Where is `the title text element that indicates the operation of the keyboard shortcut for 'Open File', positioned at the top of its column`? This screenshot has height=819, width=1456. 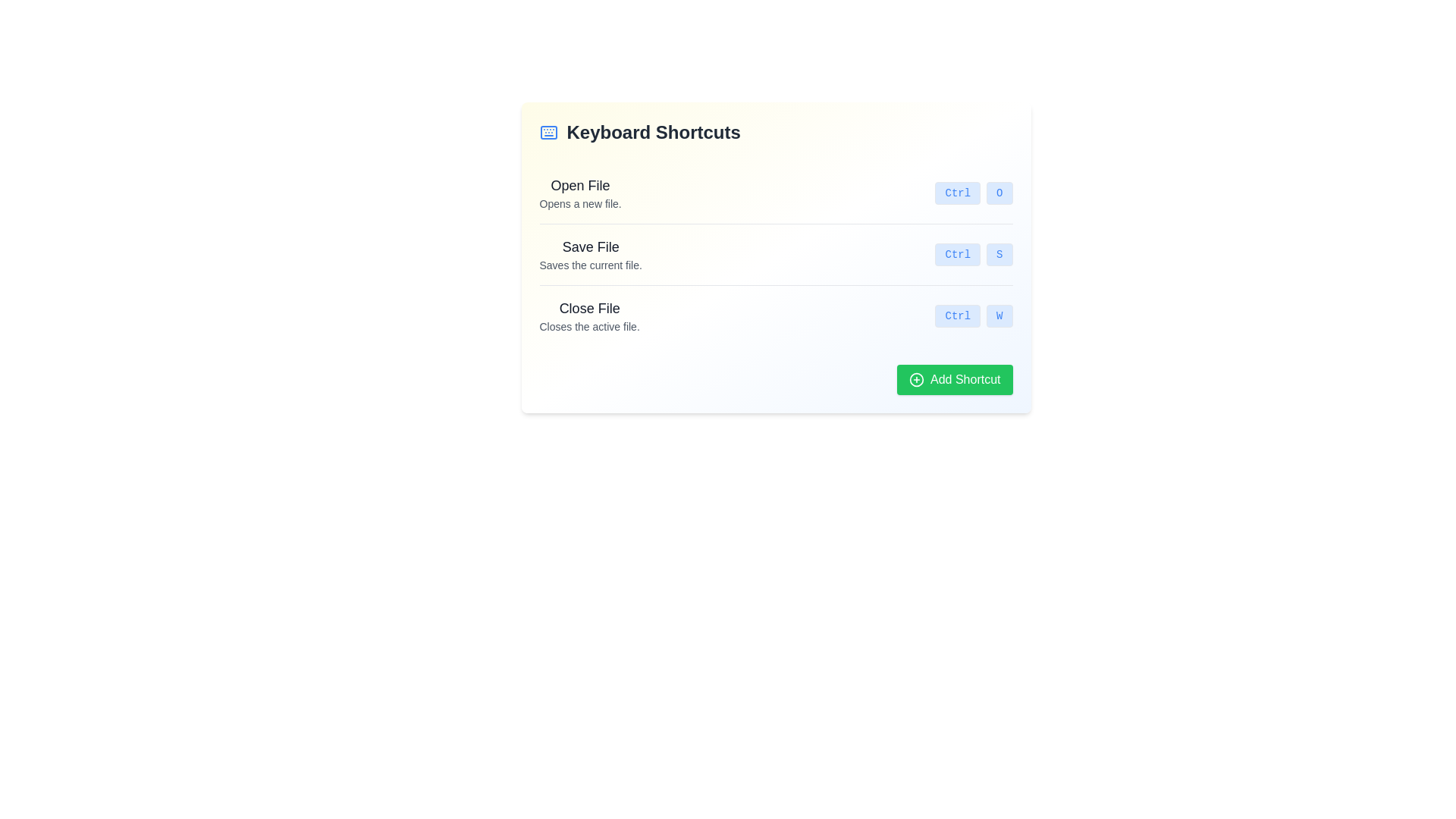 the title text element that indicates the operation of the keyboard shortcut for 'Open File', positioned at the top of its column is located at coordinates (579, 185).